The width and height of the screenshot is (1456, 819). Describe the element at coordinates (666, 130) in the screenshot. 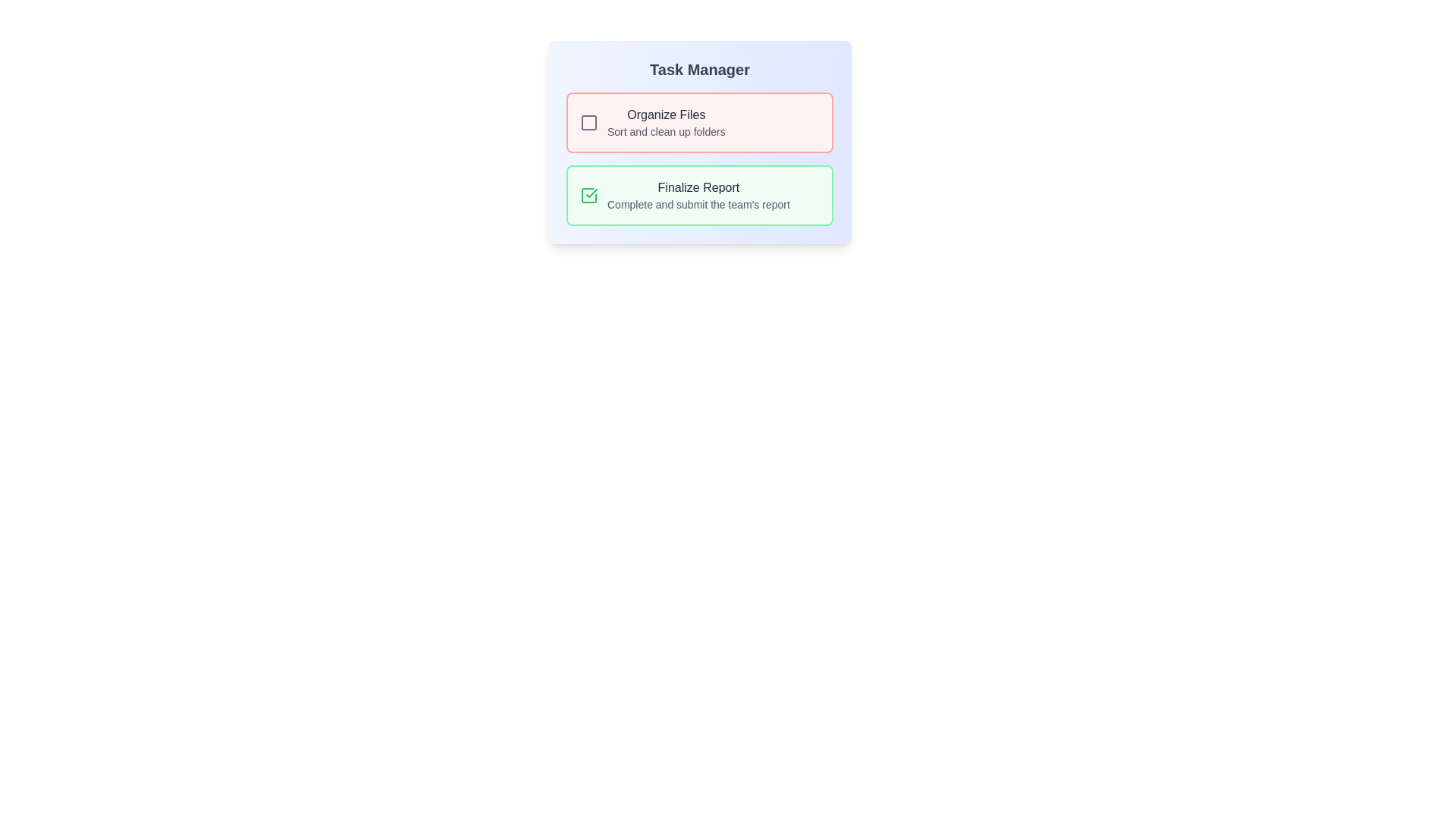

I see `the text label displaying 'Sort and clean up folders', which is located beneath the 'Organize Files' label in the task manager interface` at that location.